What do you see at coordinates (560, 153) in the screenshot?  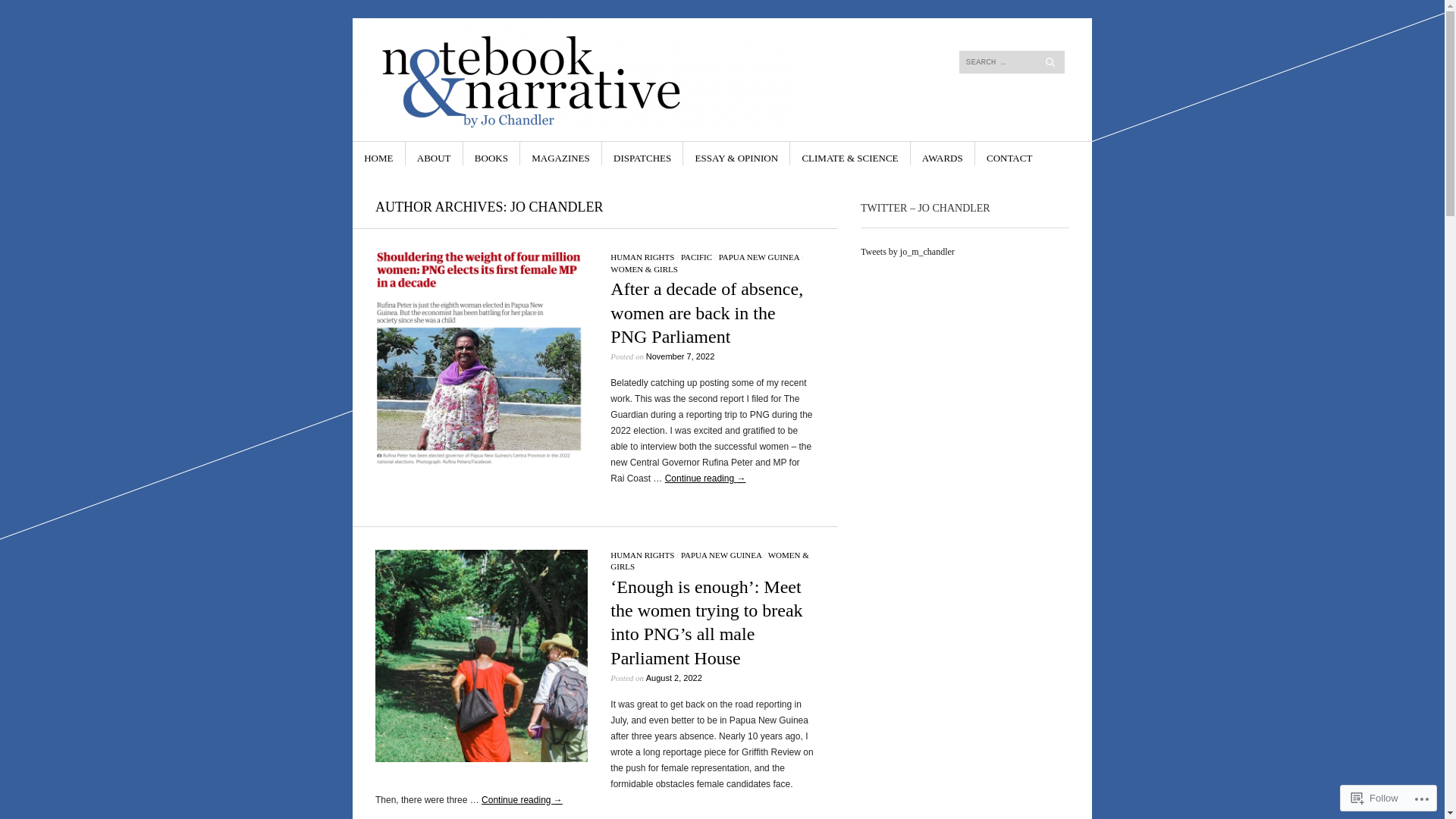 I see `'MAGAZINES'` at bounding box center [560, 153].